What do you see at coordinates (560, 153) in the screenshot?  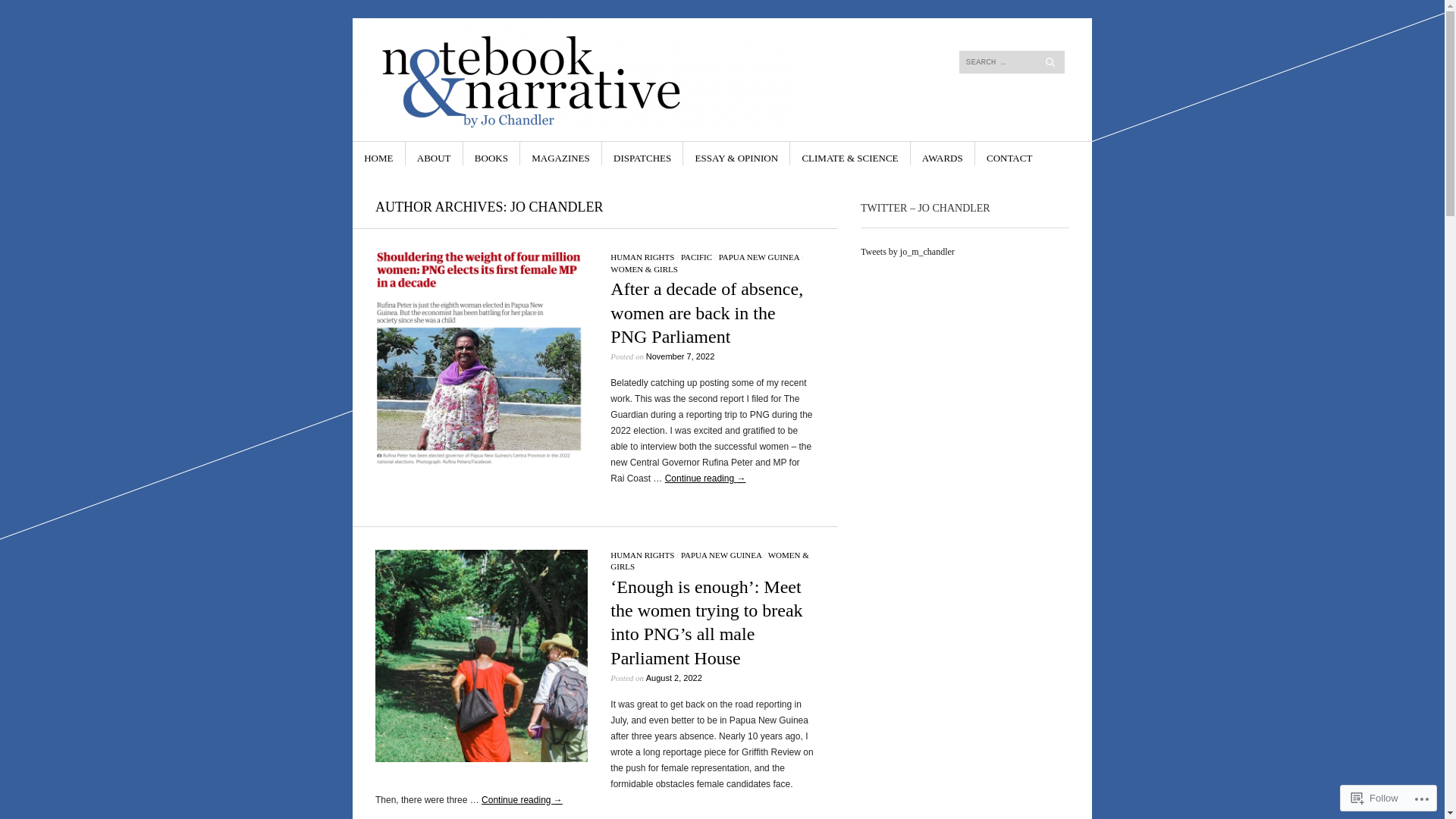 I see `'MAGAZINES'` at bounding box center [560, 153].